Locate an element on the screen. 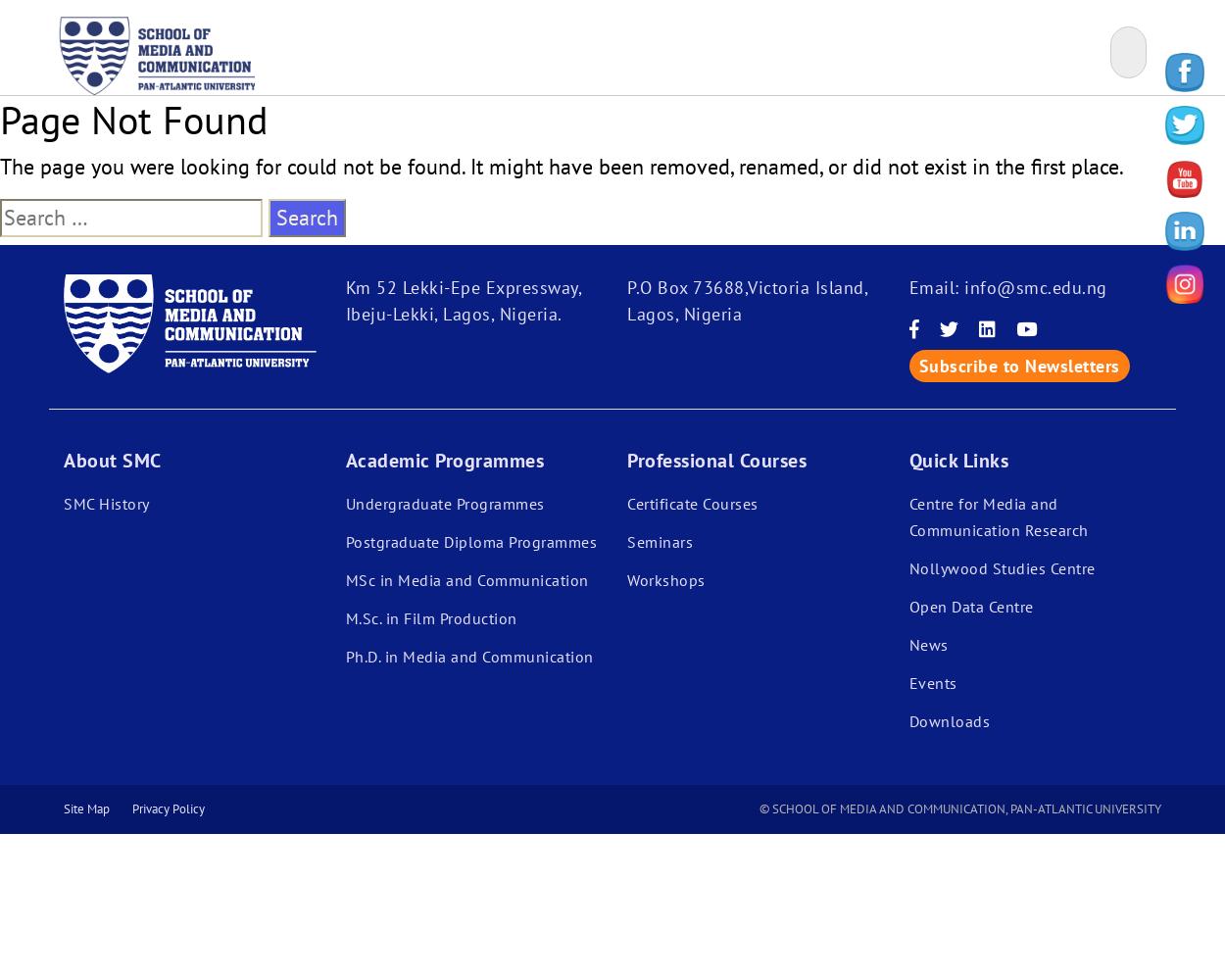  'Seminars' is located at coordinates (627, 542).